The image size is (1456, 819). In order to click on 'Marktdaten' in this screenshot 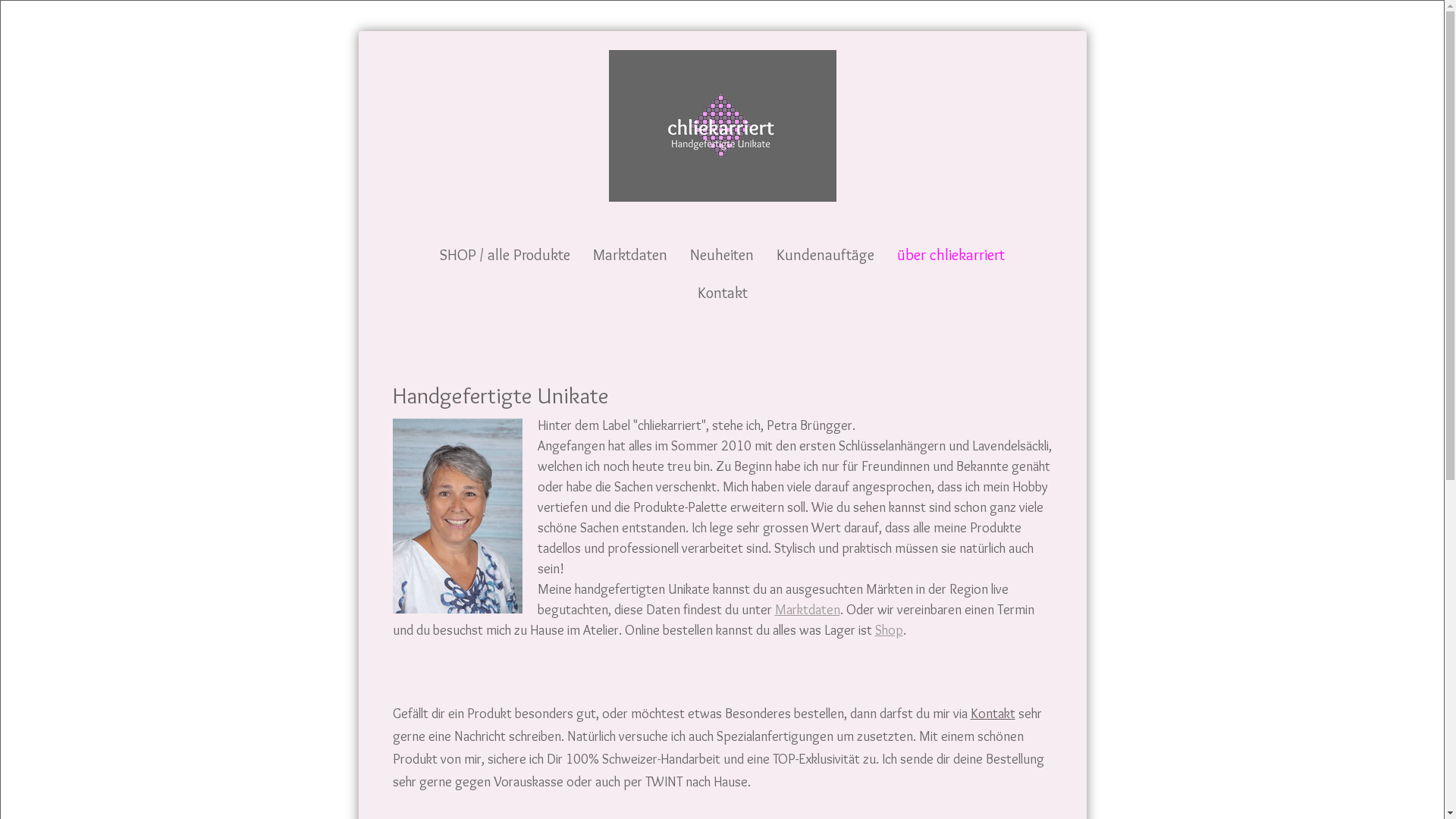, I will do `click(807, 607)`.